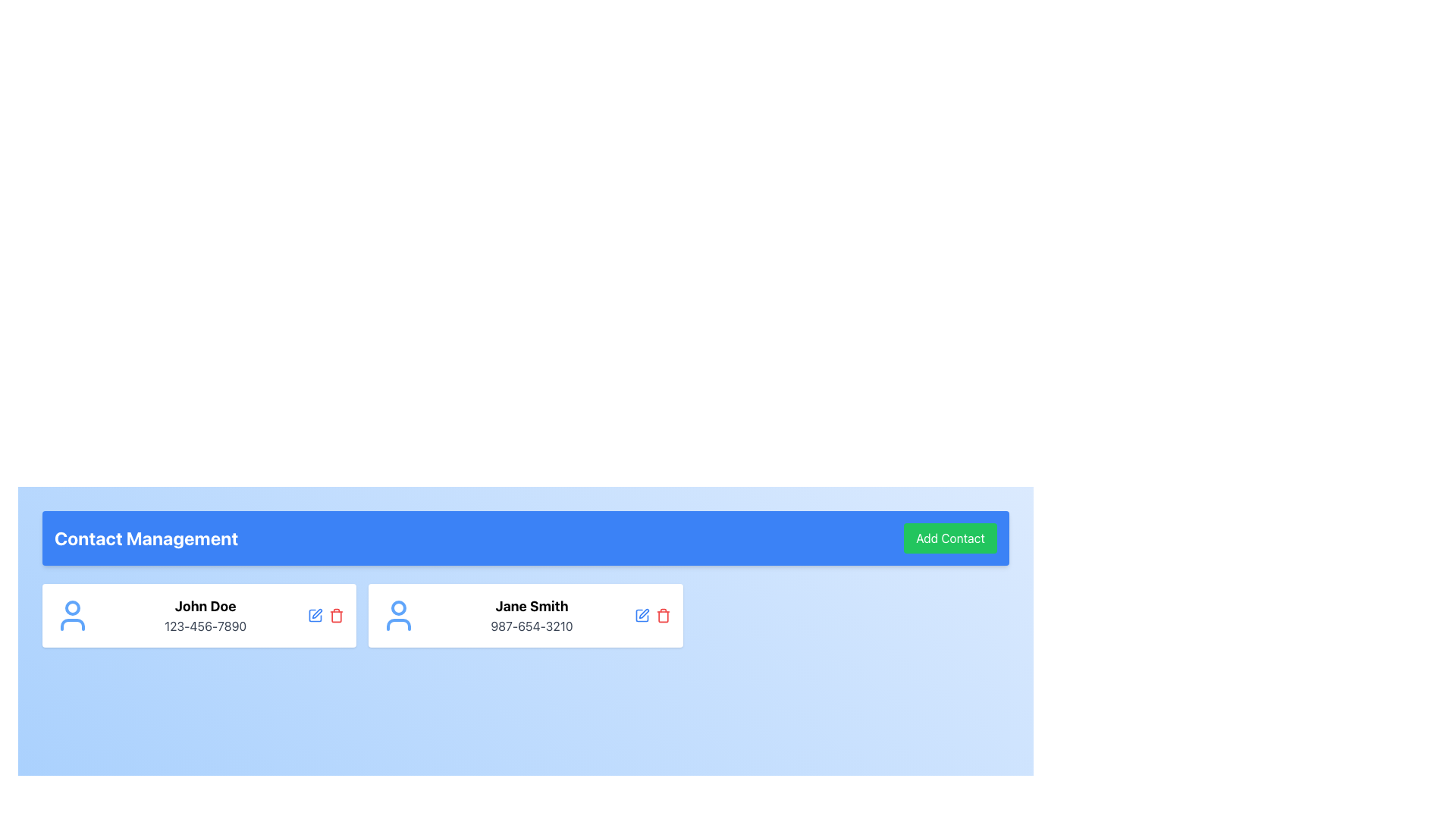 The height and width of the screenshot is (819, 1456). Describe the element at coordinates (399, 616) in the screenshot. I see `the user icon representing 'Jane Smith' within the contact card, which is styled in blue and located to the left of the contact details` at that location.